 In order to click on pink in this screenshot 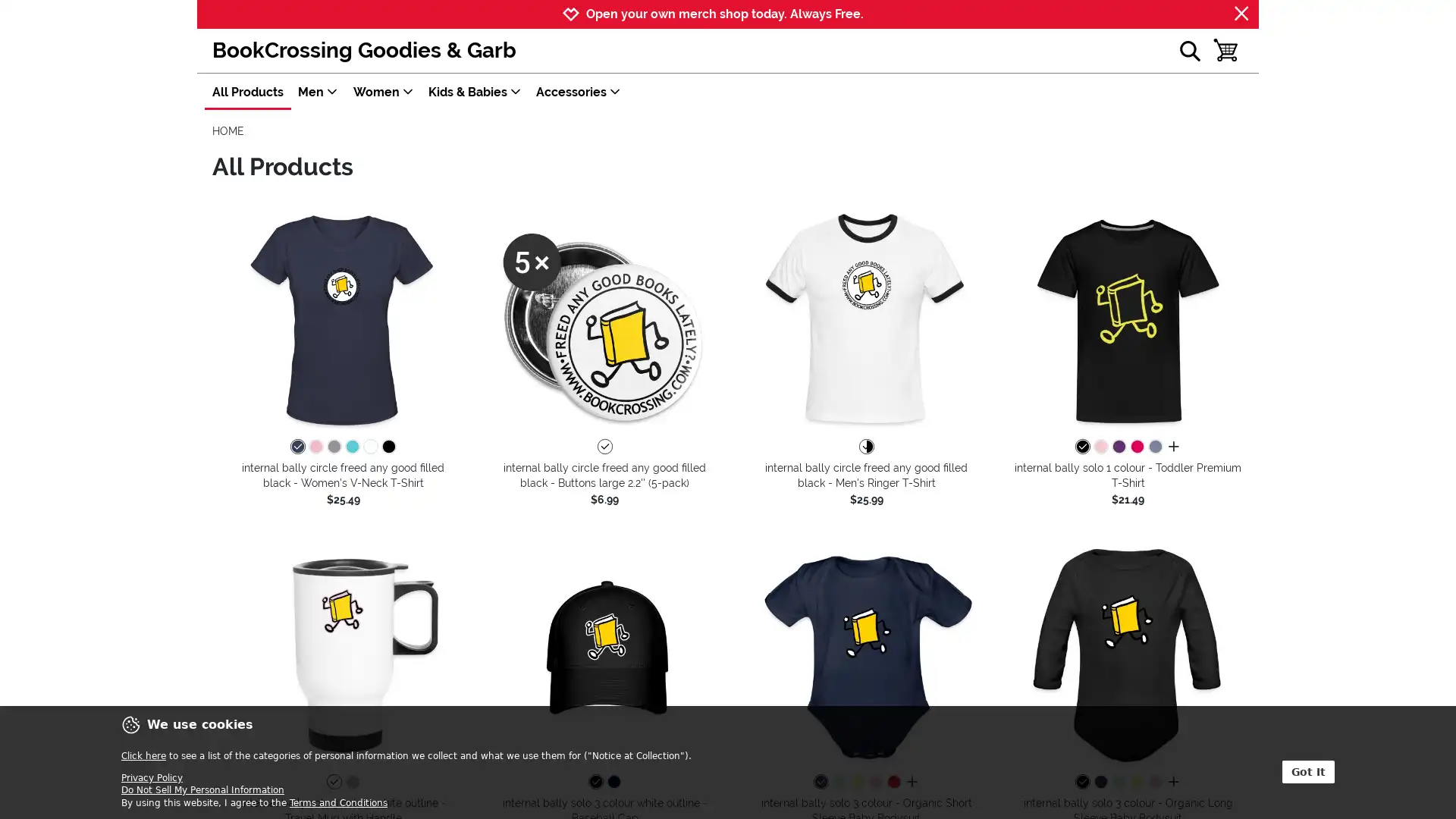, I will do `click(1100, 447)`.